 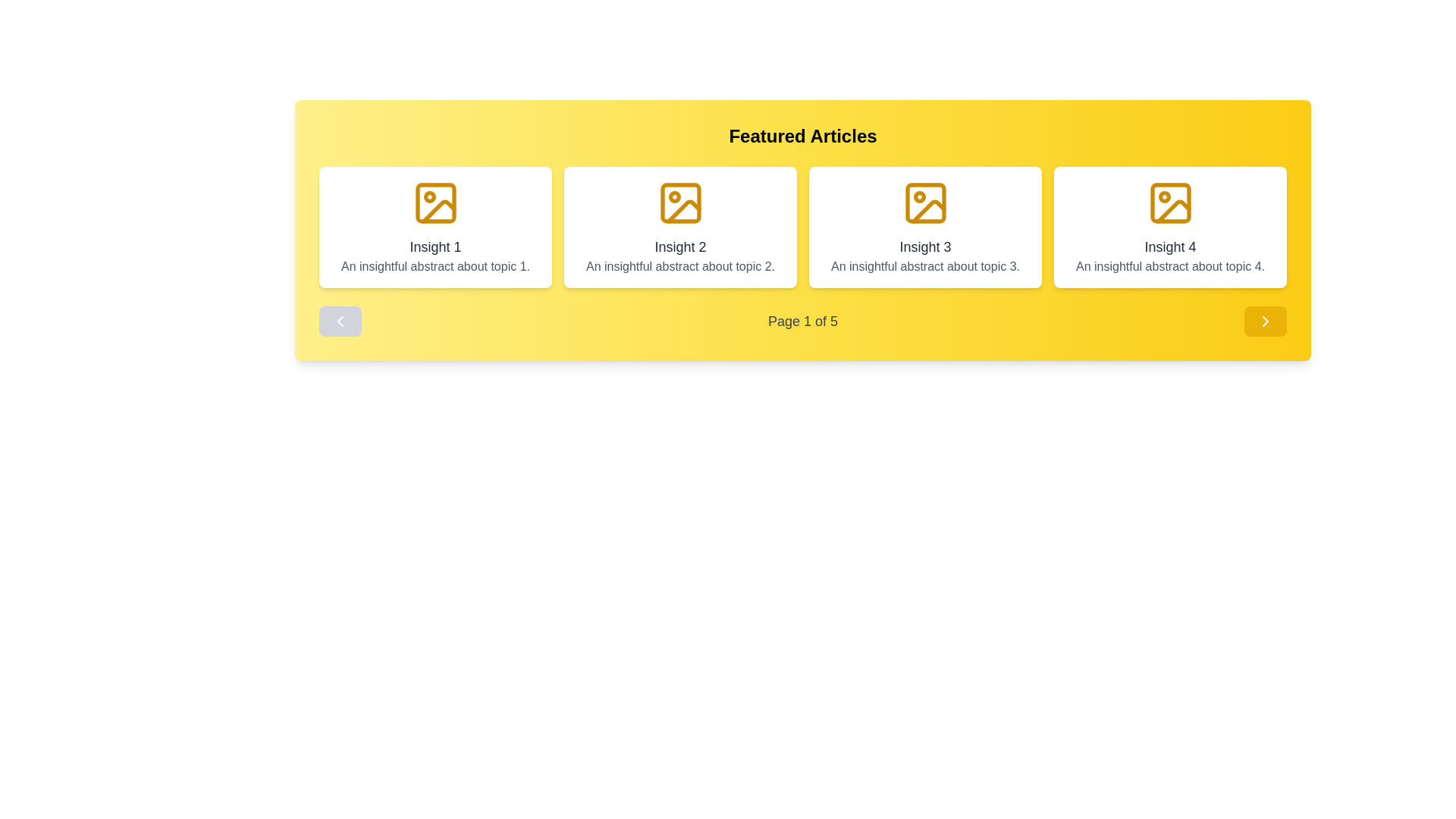 I want to click on the SVG icon representing an image outline, which is the first element within the fourth card in the 'Featured Articles' section, so click(x=1169, y=202).